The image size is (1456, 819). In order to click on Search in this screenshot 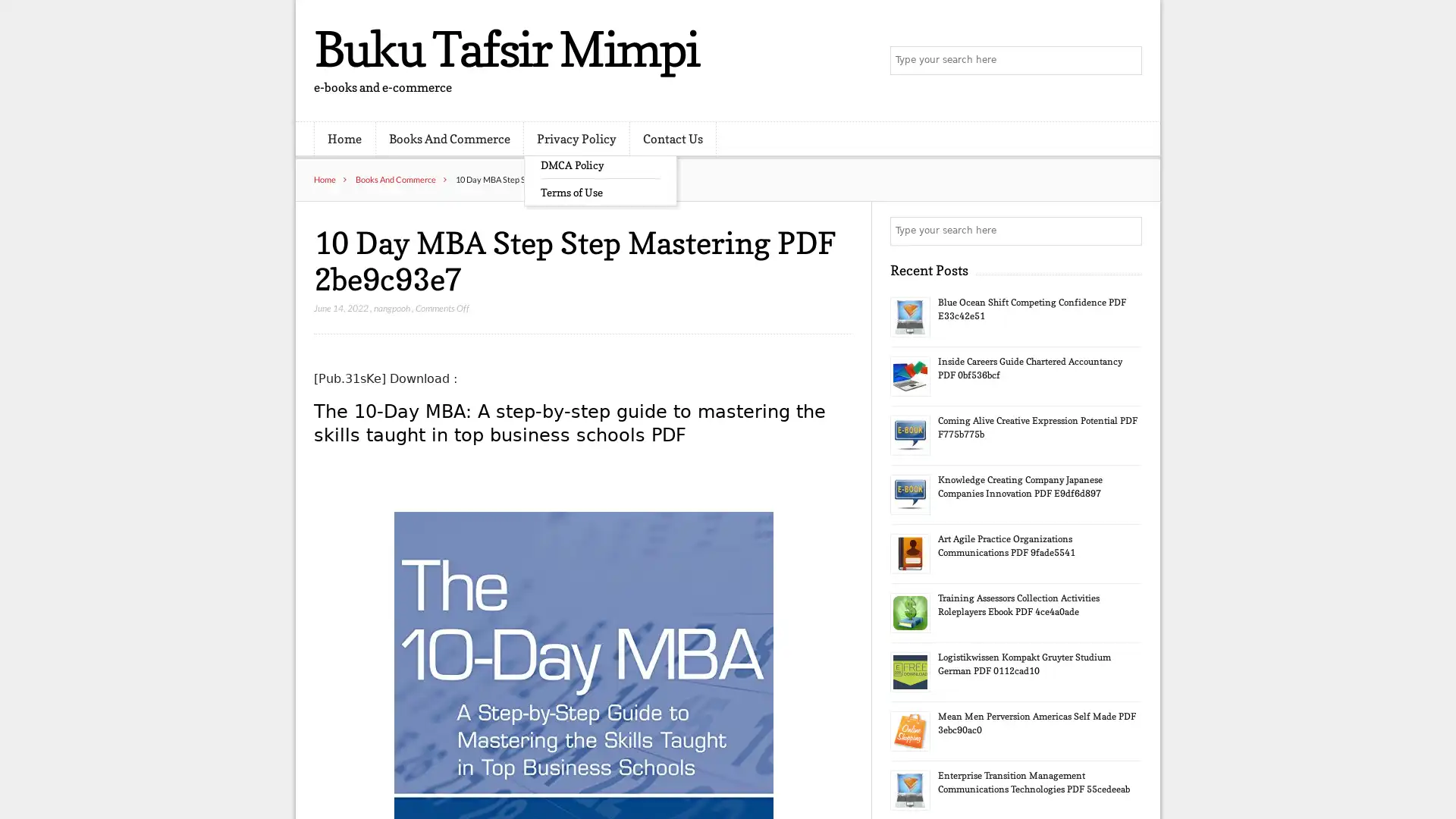, I will do `click(1126, 61)`.